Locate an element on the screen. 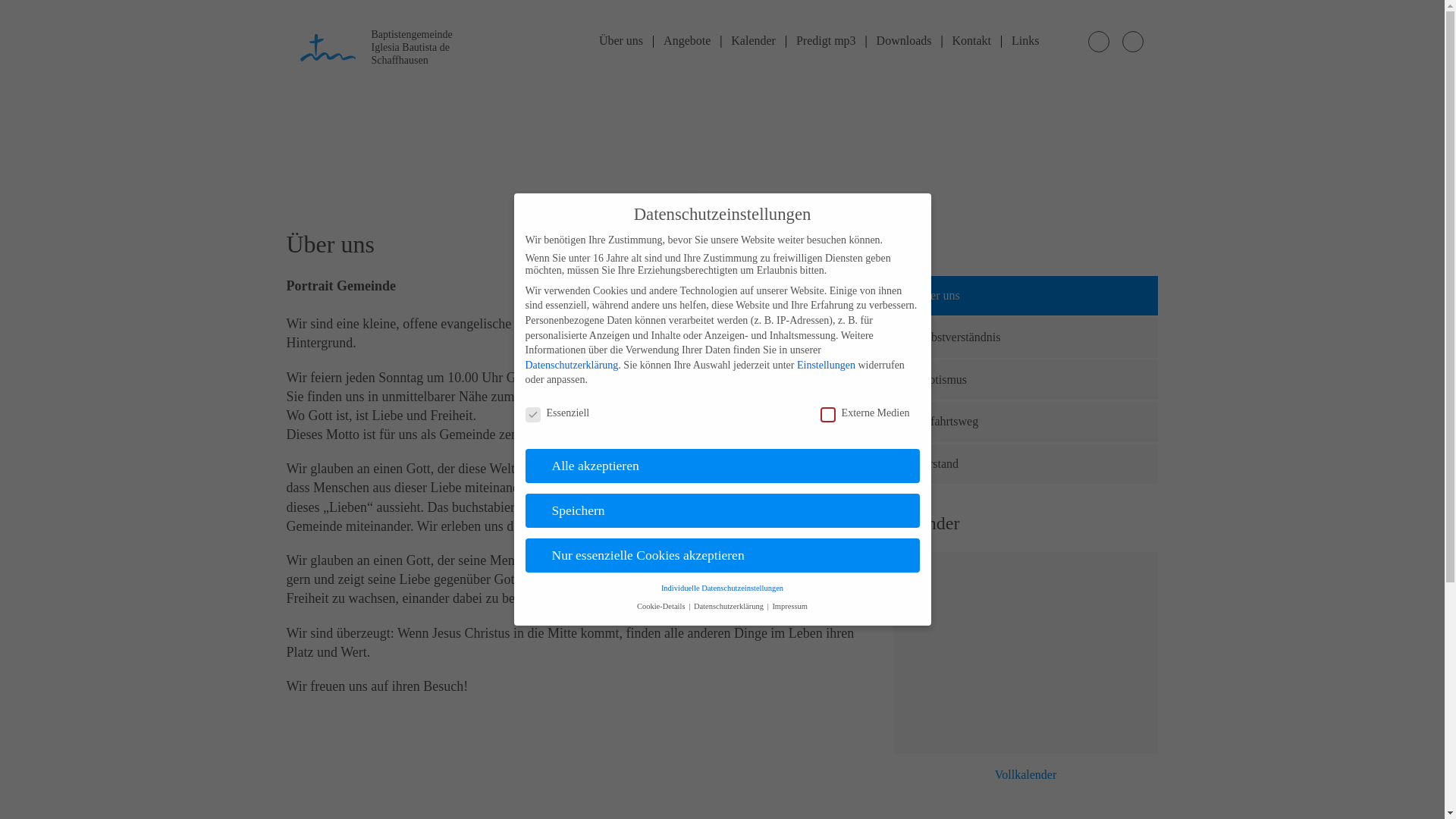 The image size is (1456, 819). 'Kalender' is located at coordinates (753, 39).